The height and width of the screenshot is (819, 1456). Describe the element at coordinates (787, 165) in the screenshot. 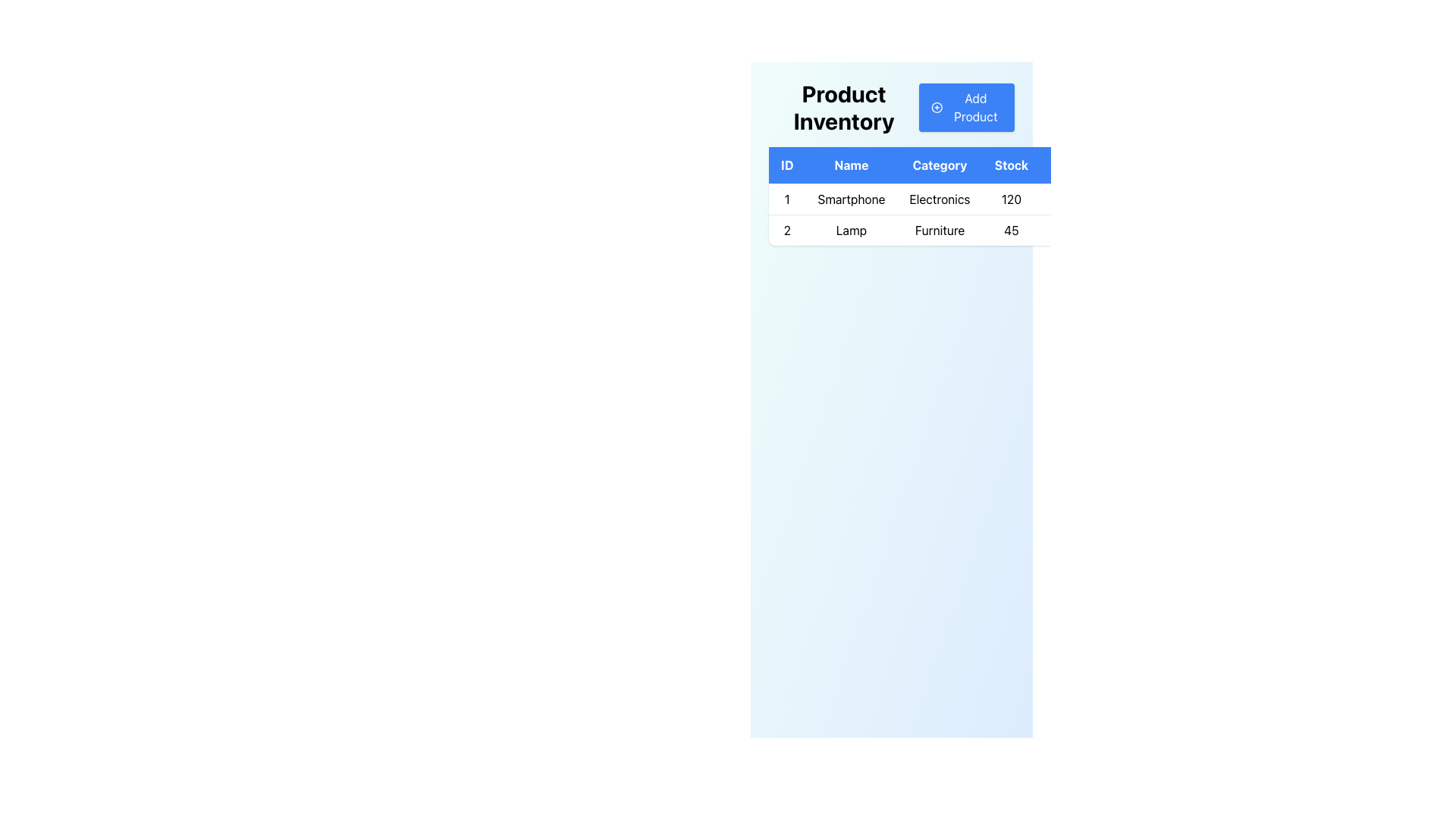

I see `the Text Label that serves as the column header for unique identifiers in the data table, located at the top-left of the table header` at that location.